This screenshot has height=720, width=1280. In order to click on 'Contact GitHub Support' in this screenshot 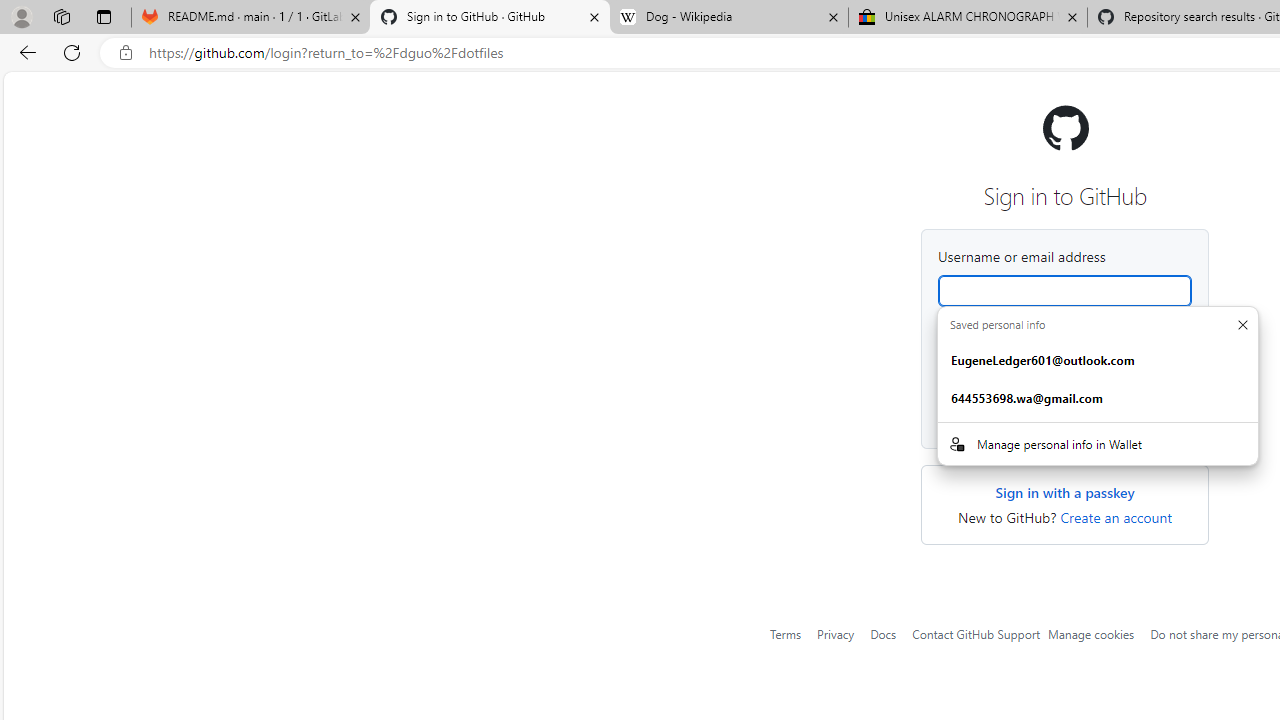, I will do `click(975, 633)`.